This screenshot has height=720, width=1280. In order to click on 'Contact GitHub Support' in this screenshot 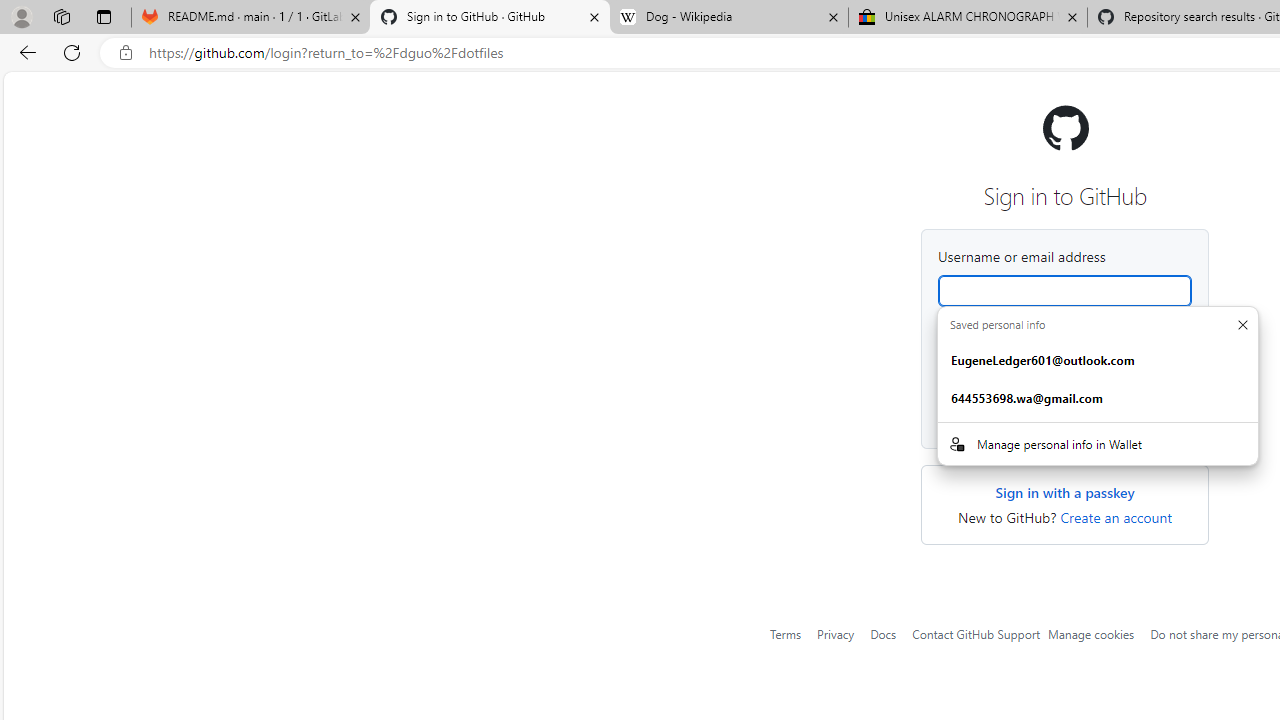, I will do `click(975, 633)`.